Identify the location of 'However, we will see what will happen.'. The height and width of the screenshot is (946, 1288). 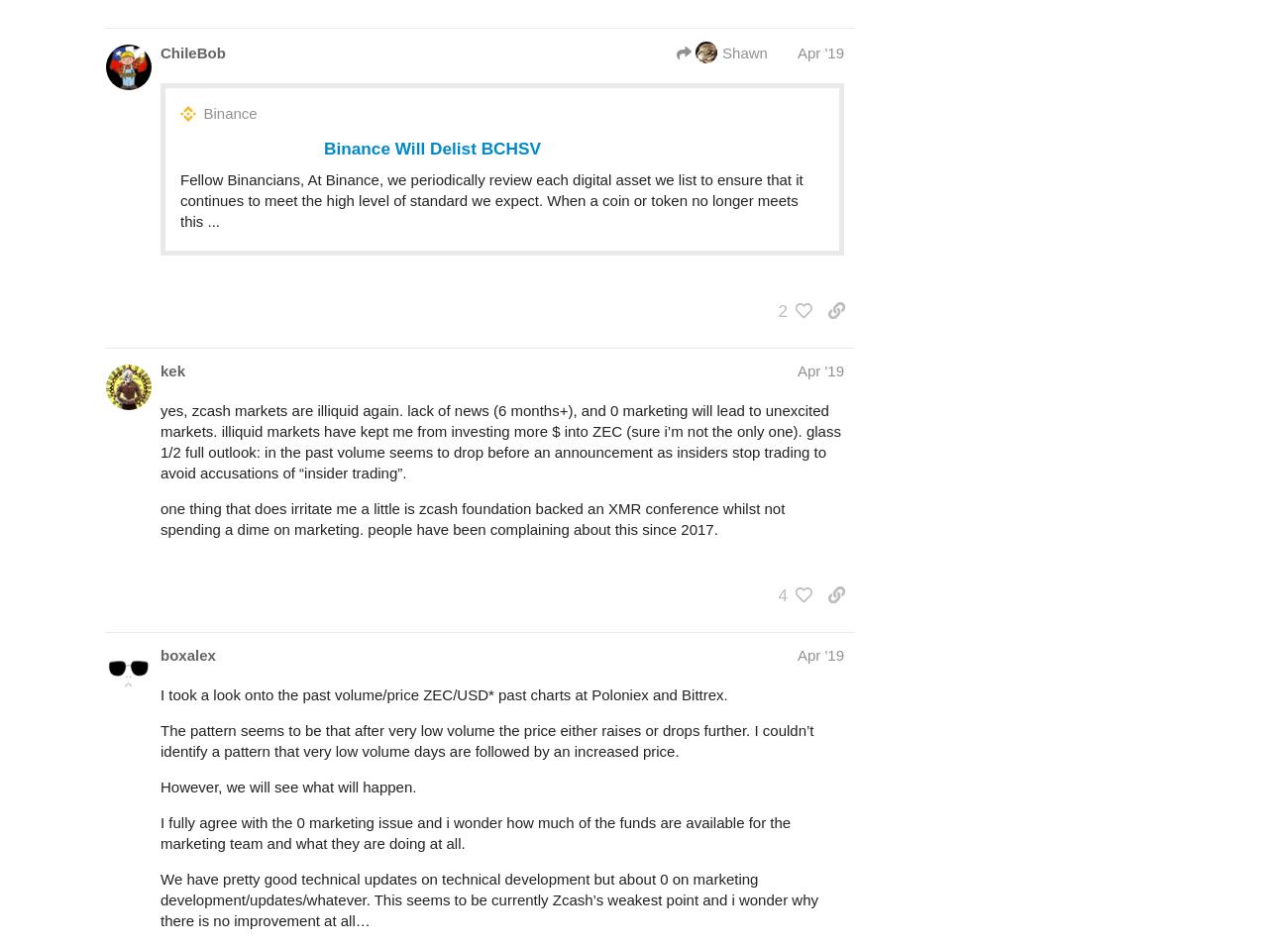
(287, 785).